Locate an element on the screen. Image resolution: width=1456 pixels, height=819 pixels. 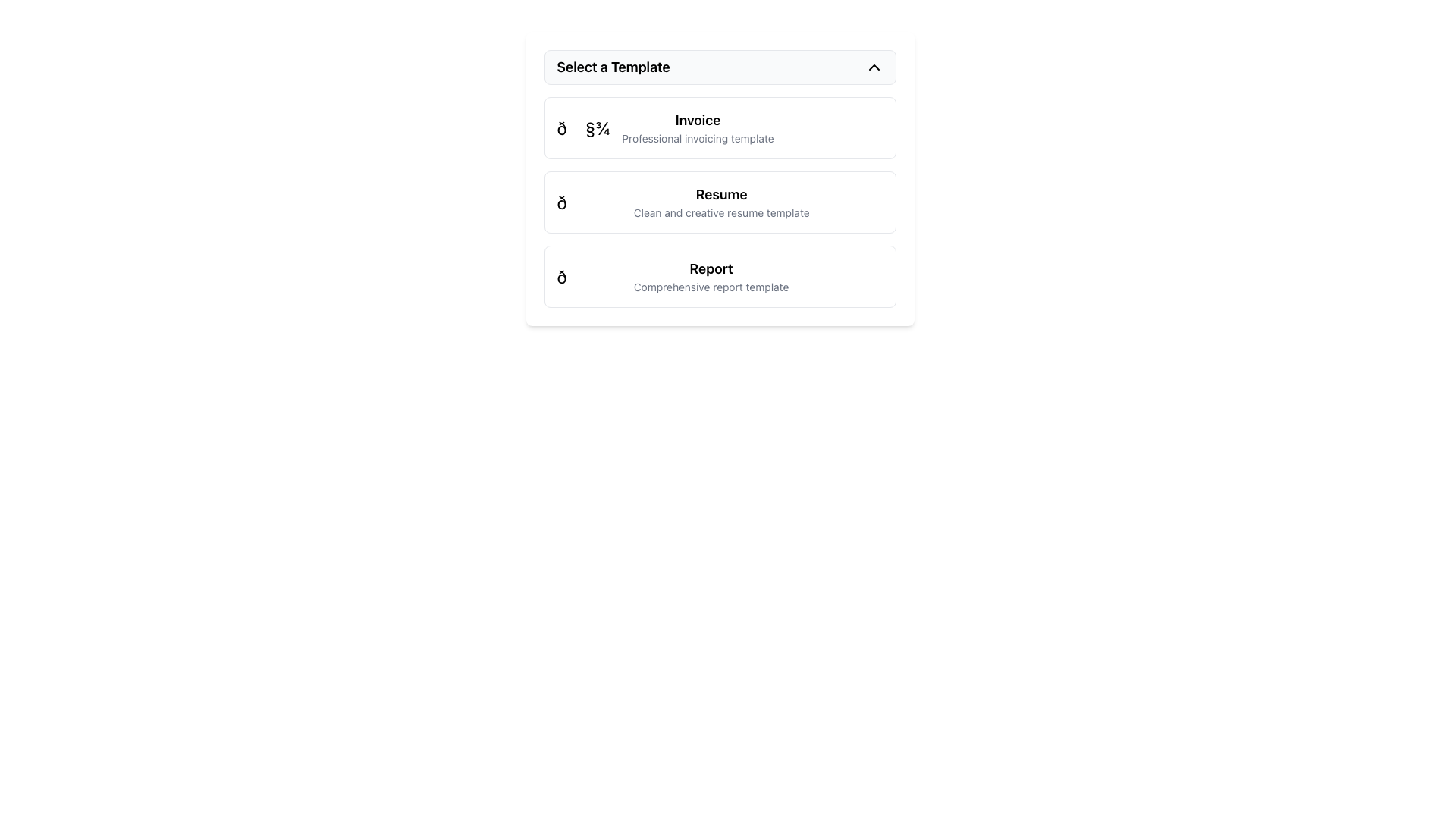
the supplementary description Text label for the 'Resume' template option, located below the heading 'Resume' in the template block is located at coordinates (720, 213).